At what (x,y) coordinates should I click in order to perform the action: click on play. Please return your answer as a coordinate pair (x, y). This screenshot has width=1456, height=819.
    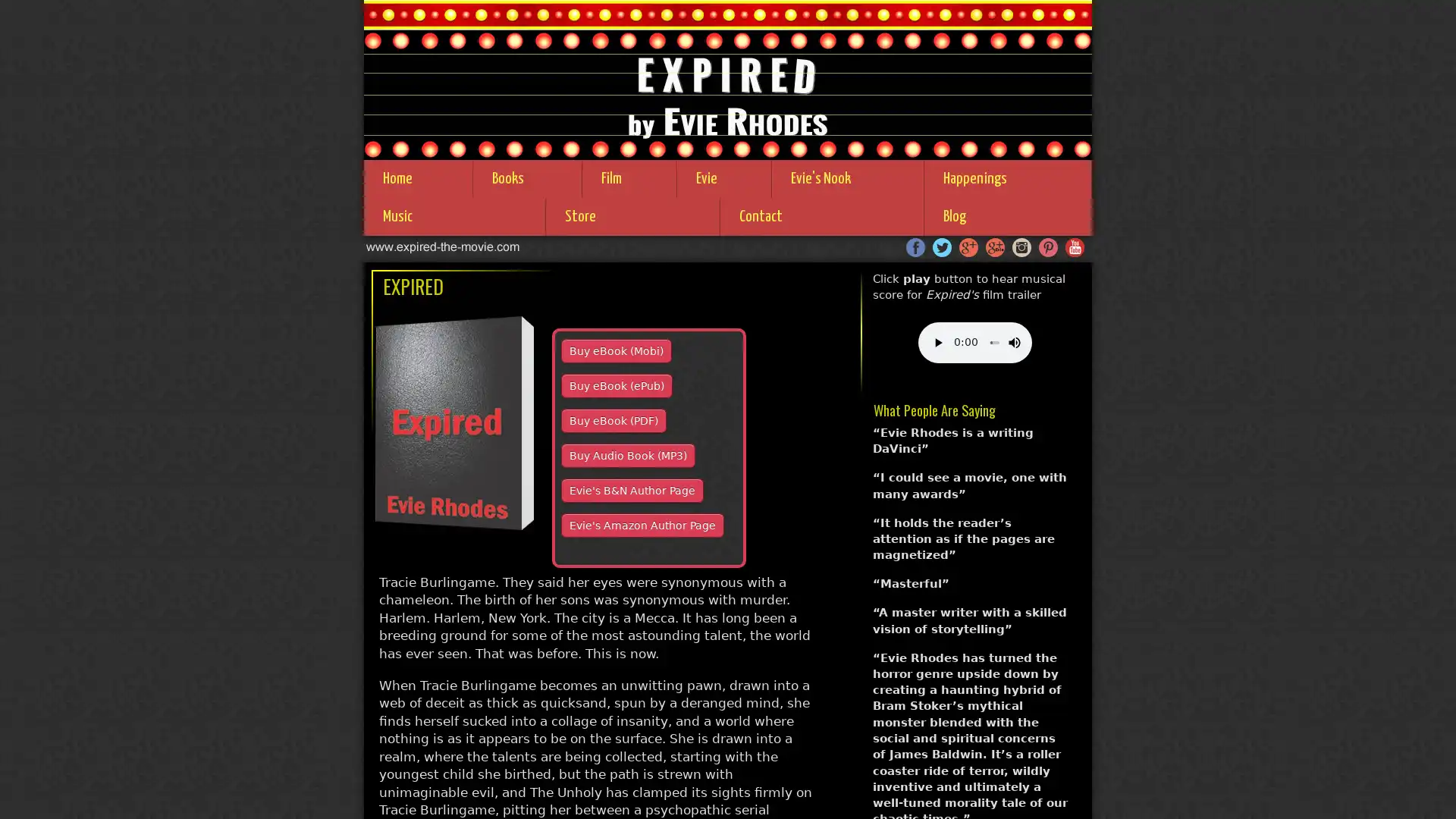
    Looking at the image, I should click on (937, 342).